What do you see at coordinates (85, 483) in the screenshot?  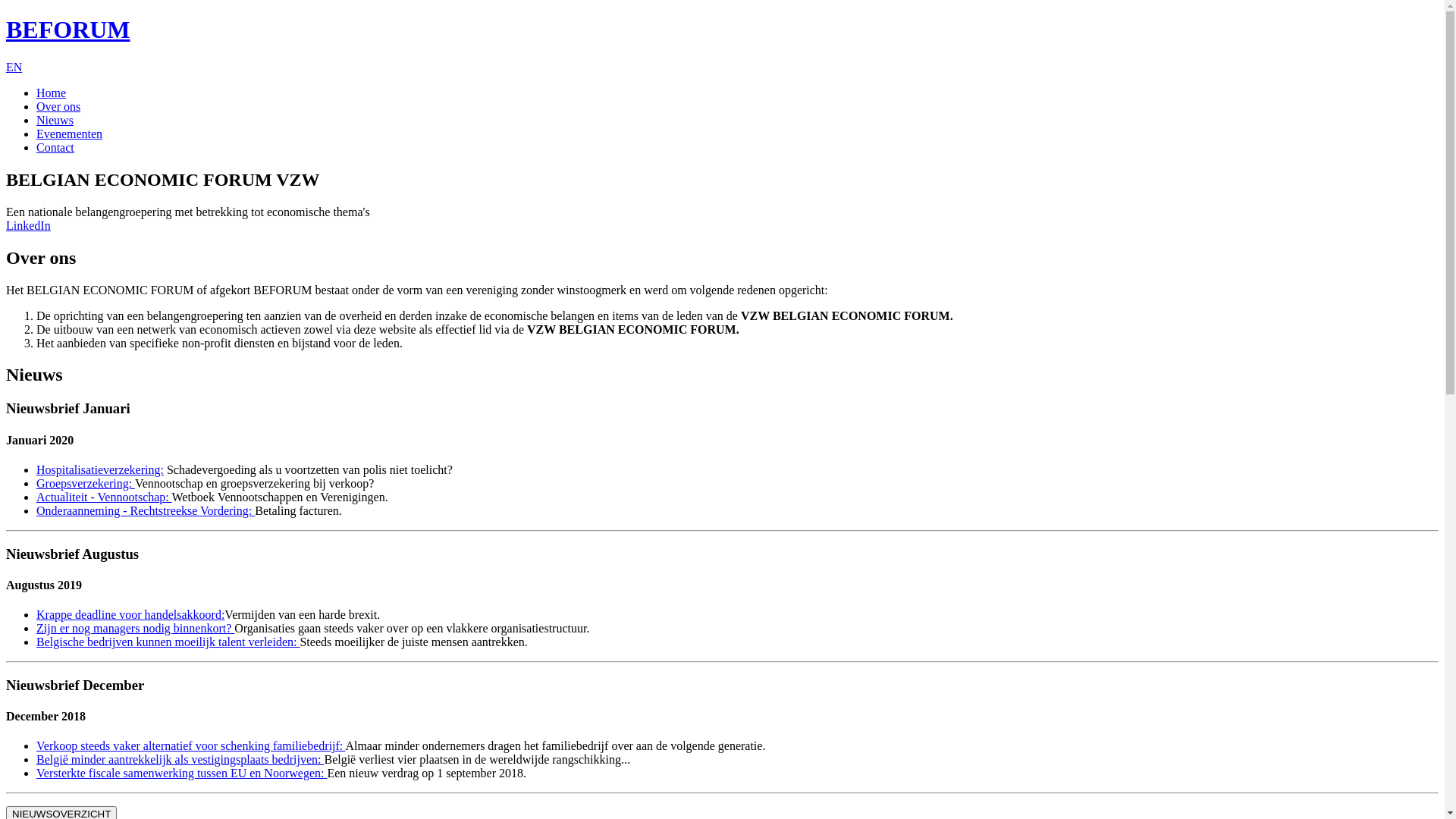 I see `'Groepsverzekering:'` at bounding box center [85, 483].